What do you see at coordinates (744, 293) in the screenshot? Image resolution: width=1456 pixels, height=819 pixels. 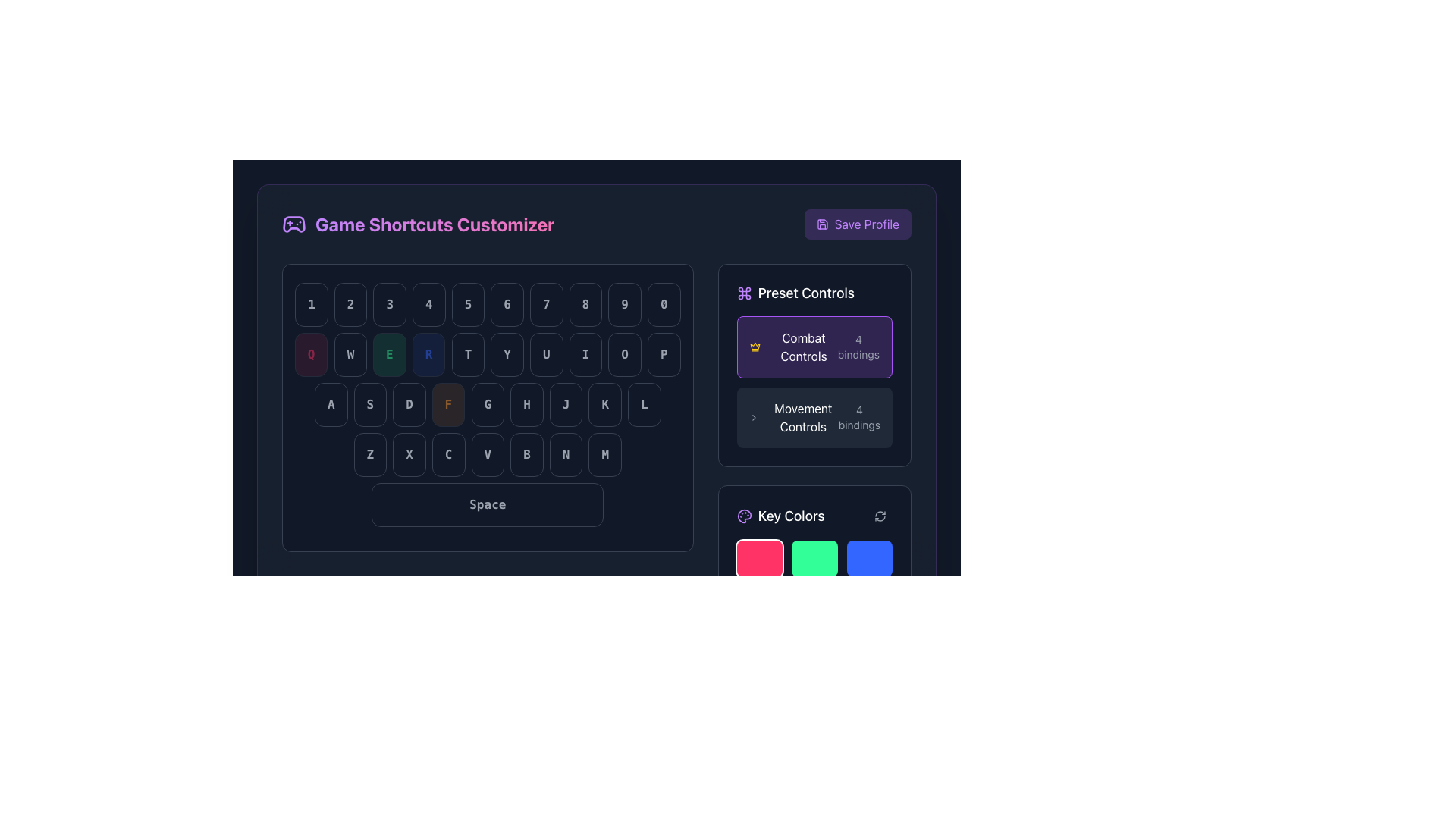 I see `the command key icon in the 'Key Colors' section, which is styled in light purple against a dark background, to analyze its graphical information` at bounding box center [744, 293].